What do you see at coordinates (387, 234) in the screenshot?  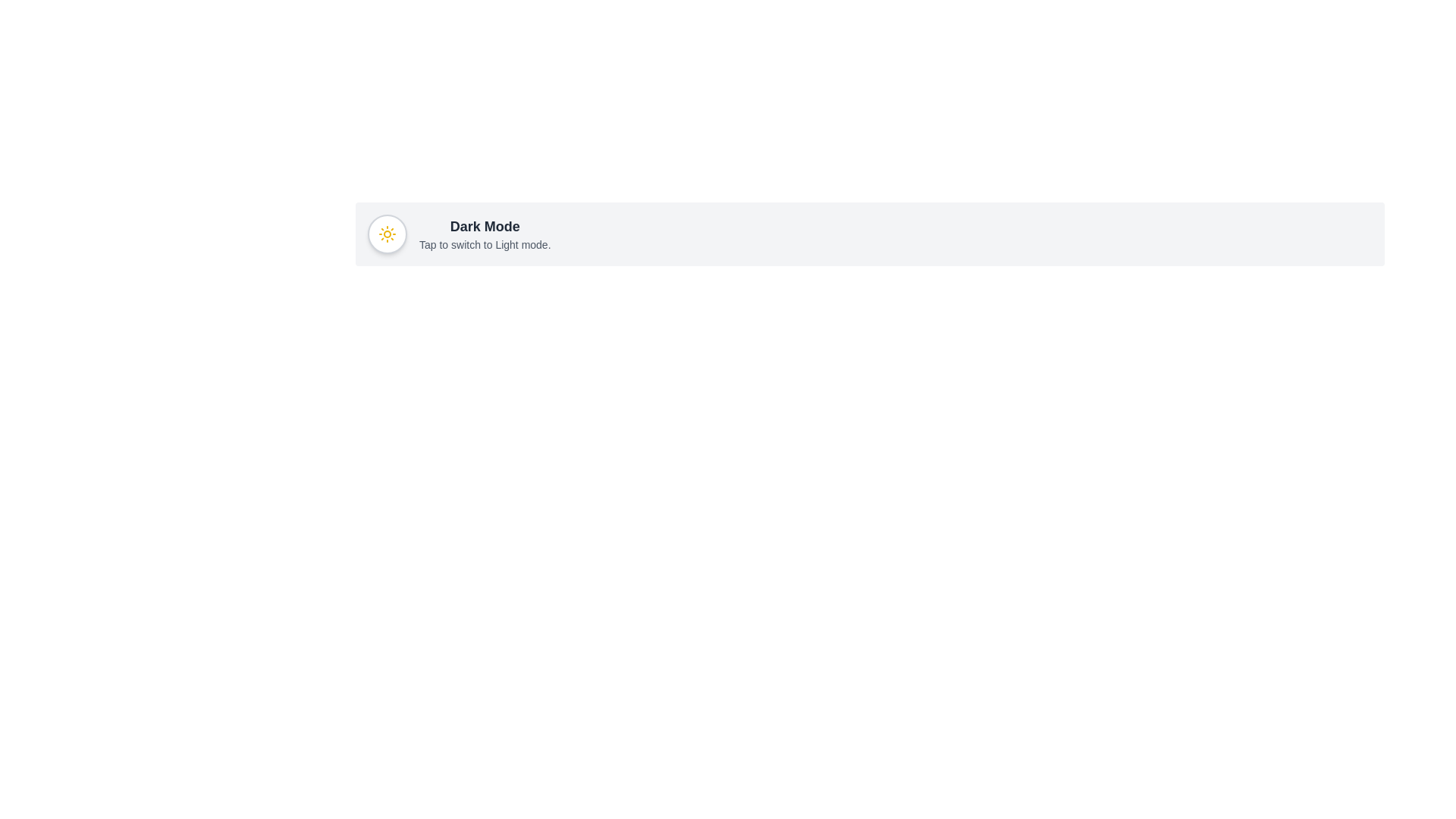 I see `the central sun icon within the circular white background of the 'Dark Mode' toggle` at bounding box center [387, 234].